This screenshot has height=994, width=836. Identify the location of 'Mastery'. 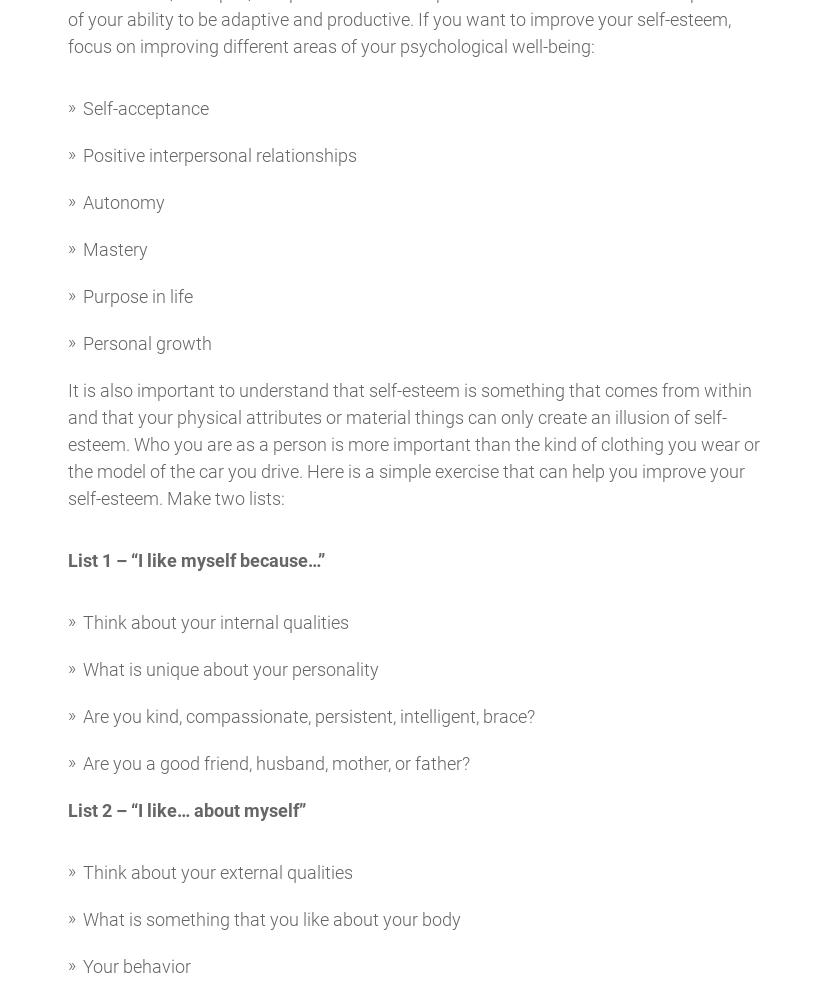
(114, 248).